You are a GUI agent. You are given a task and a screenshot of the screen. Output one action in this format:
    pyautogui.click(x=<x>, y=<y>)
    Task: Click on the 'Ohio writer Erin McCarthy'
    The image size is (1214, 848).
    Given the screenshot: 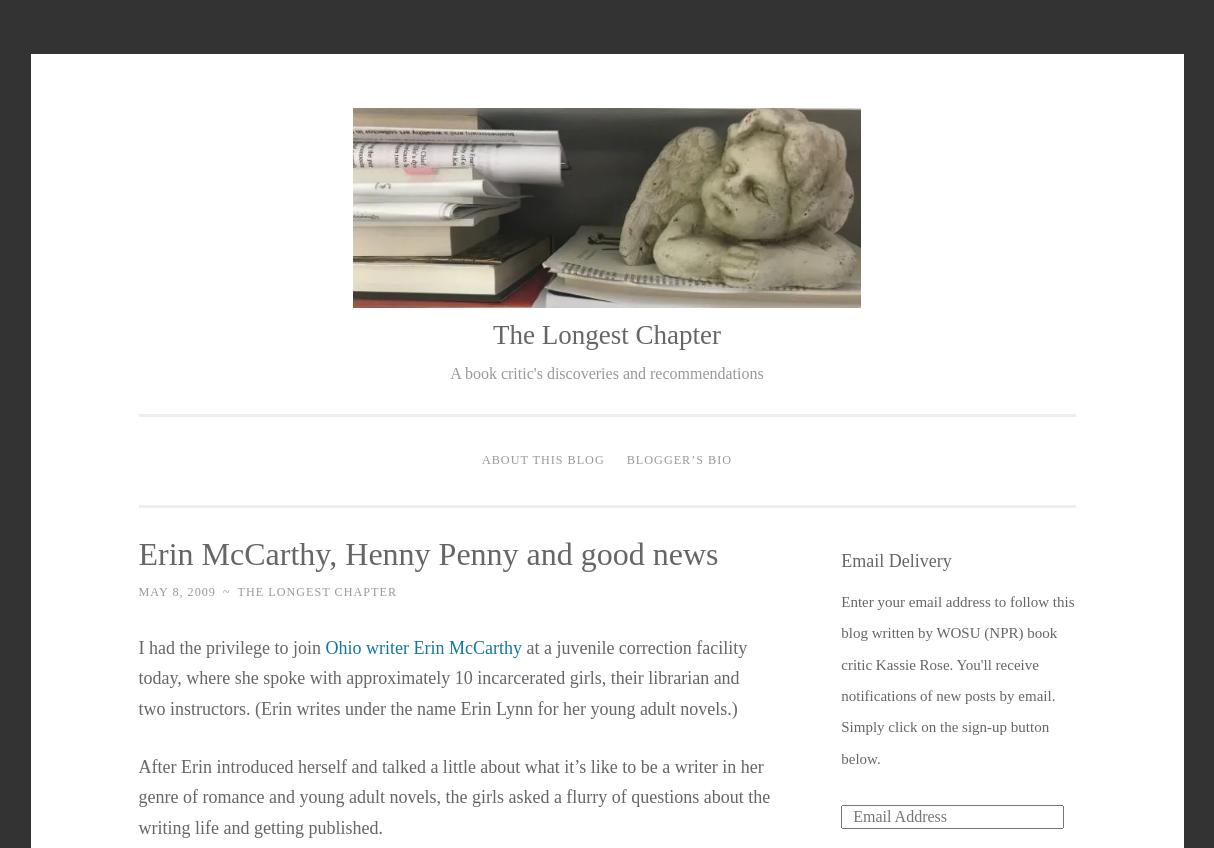 What is the action you would take?
    pyautogui.click(x=421, y=646)
    